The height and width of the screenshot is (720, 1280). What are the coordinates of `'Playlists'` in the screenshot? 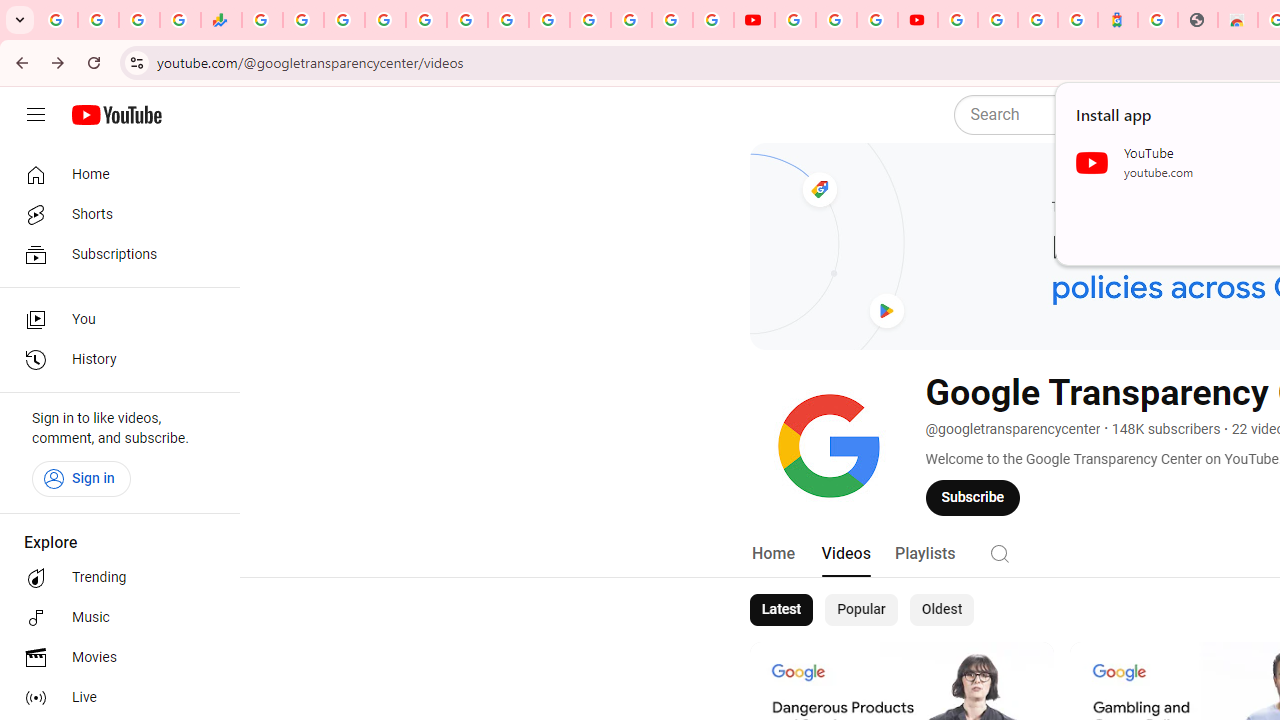 It's located at (923, 553).